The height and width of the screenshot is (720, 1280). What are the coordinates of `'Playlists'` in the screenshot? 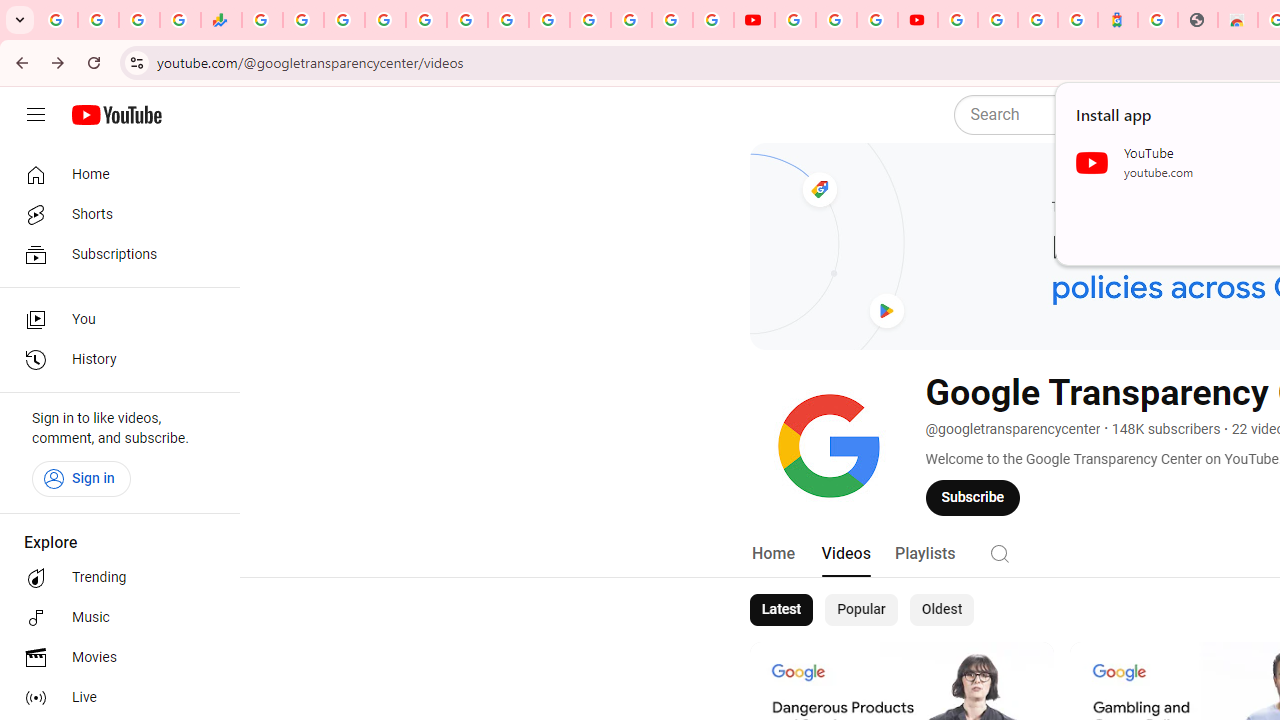 It's located at (923, 553).